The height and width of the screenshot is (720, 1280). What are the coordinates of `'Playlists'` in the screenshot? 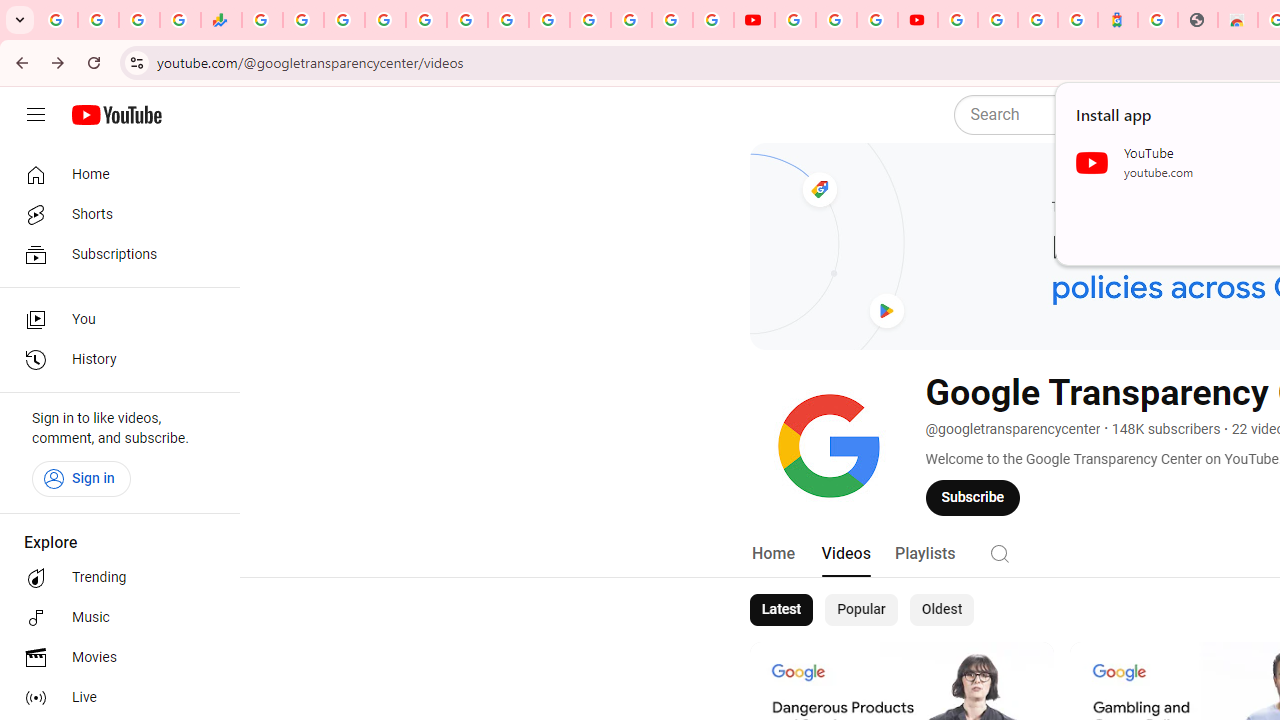 It's located at (923, 553).